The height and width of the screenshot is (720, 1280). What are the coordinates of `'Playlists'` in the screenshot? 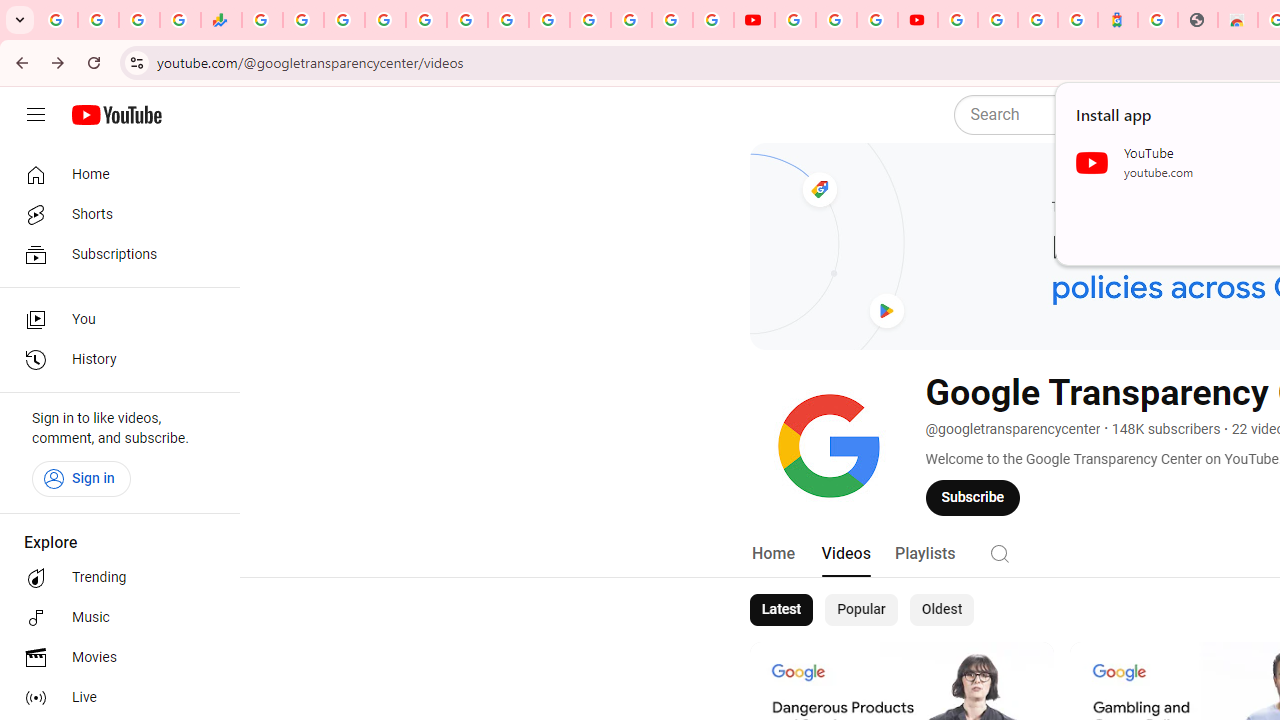 It's located at (923, 553).